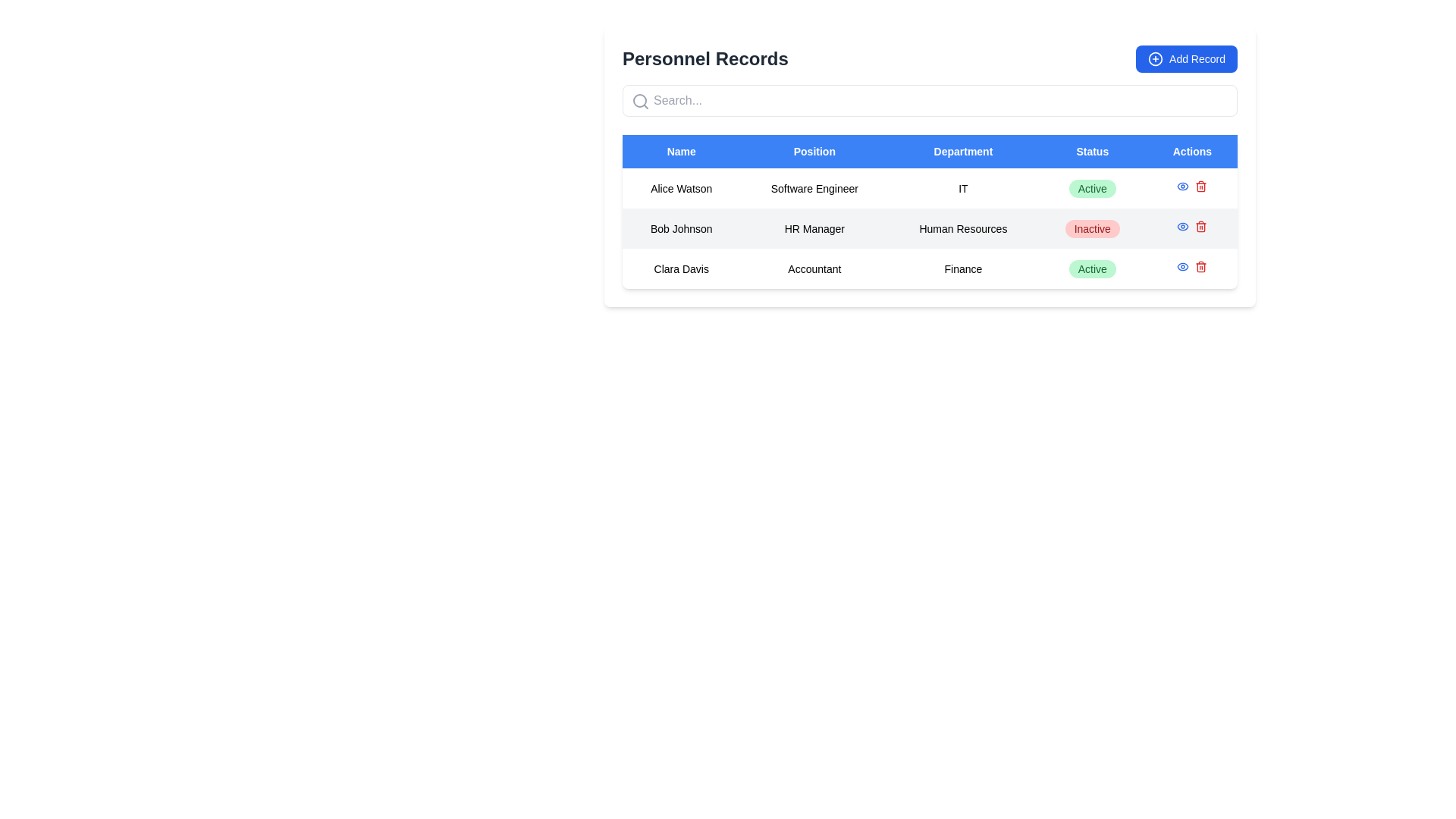 The image size is (1456, 819). What do you see at coordinates (1155, 58) in the screenshot?
I see `the decorative circle element that is part of the SVG, located to the left of the 'Add Record' button` at bounding box center [1155, 58].